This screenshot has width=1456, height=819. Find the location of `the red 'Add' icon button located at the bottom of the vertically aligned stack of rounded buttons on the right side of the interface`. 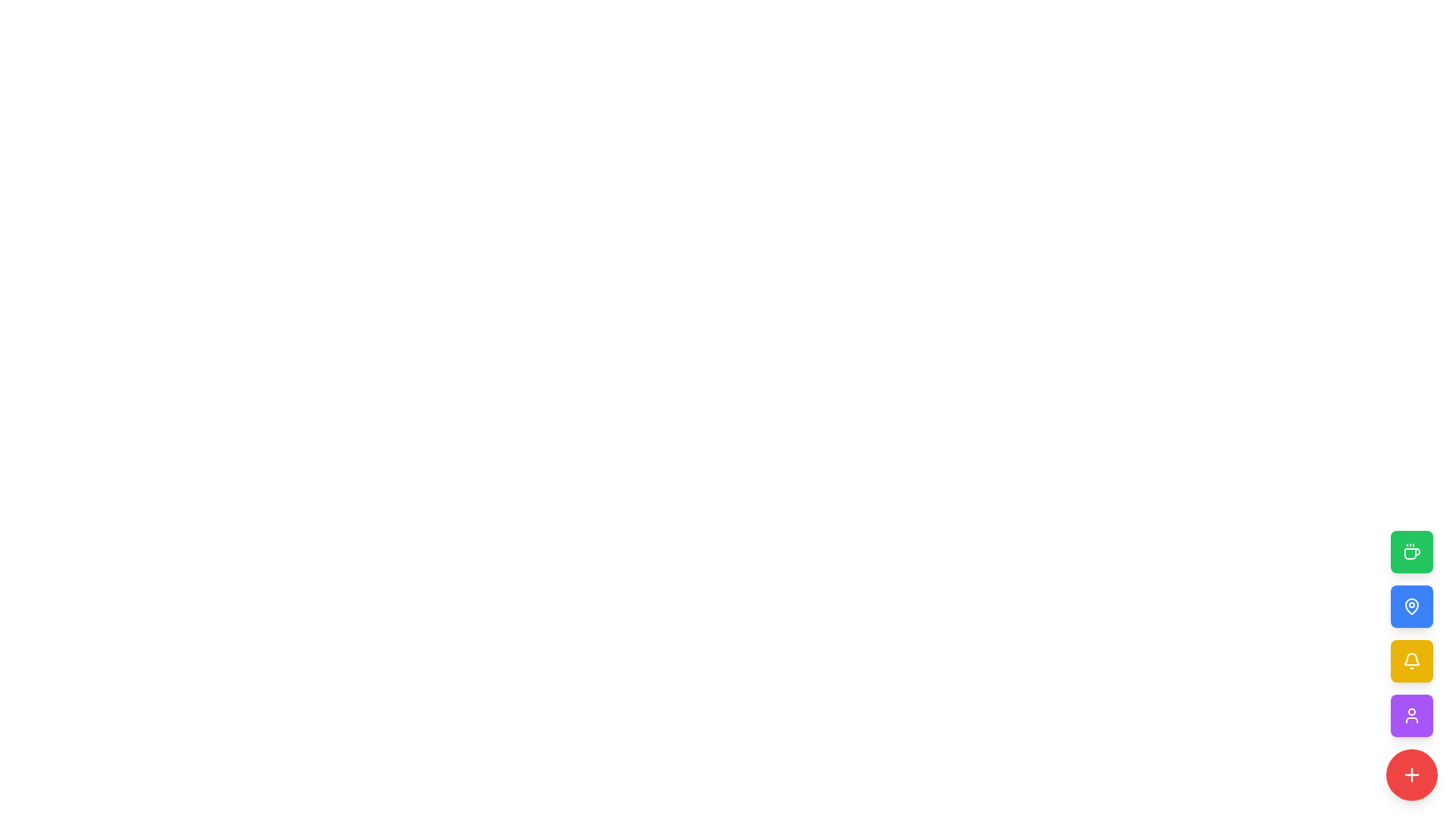

the red 'Add' icon button located at the bottom of the vertically aligned stack of rounded buttons on the right side of the interface is located at coordinates (1411, 775).